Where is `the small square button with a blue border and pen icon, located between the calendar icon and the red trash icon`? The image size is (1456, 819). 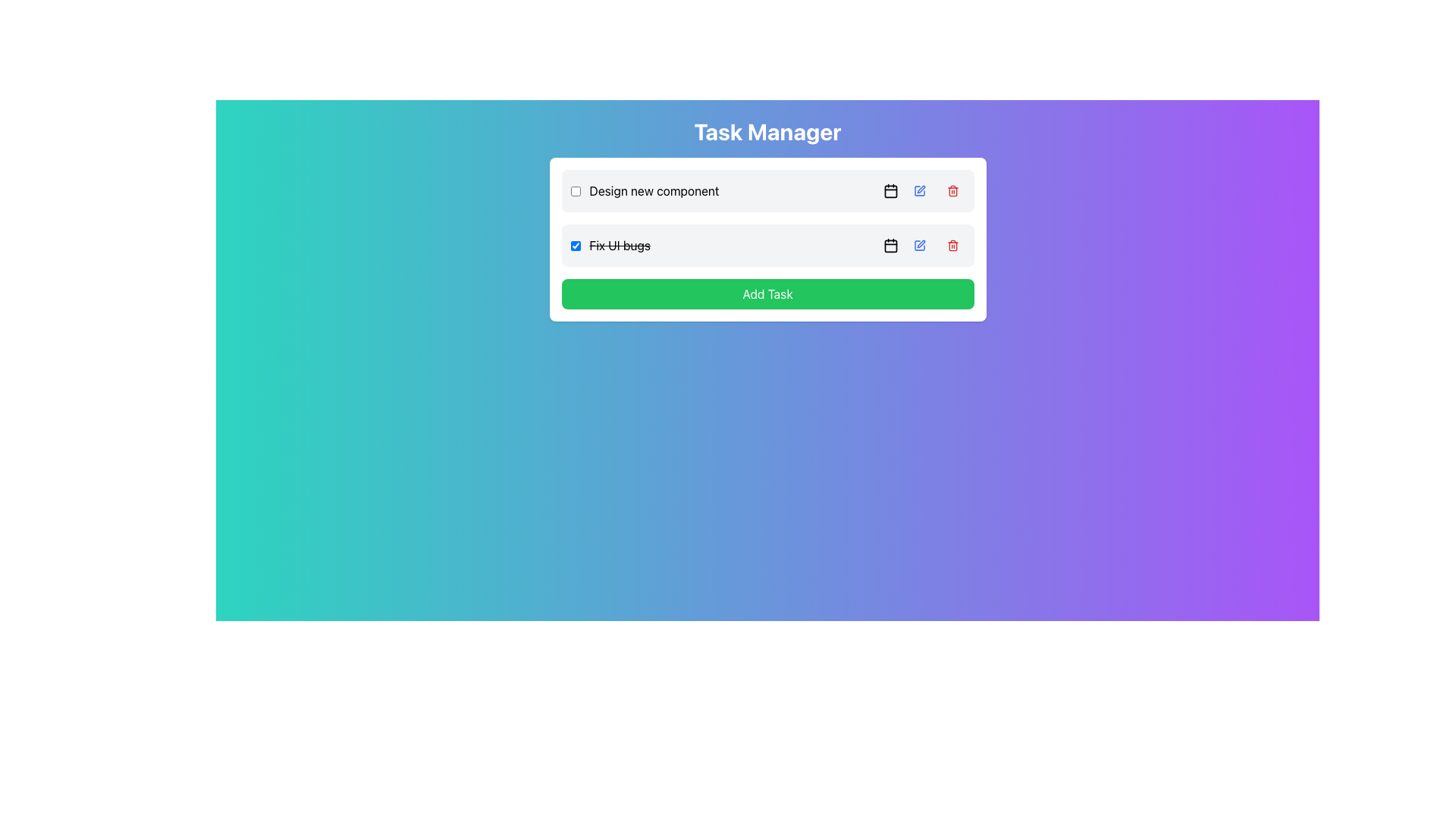 the small square button with a blue border and pen icon, located between the calendar icon and the red trash icon is located at coordinates (918, 245).